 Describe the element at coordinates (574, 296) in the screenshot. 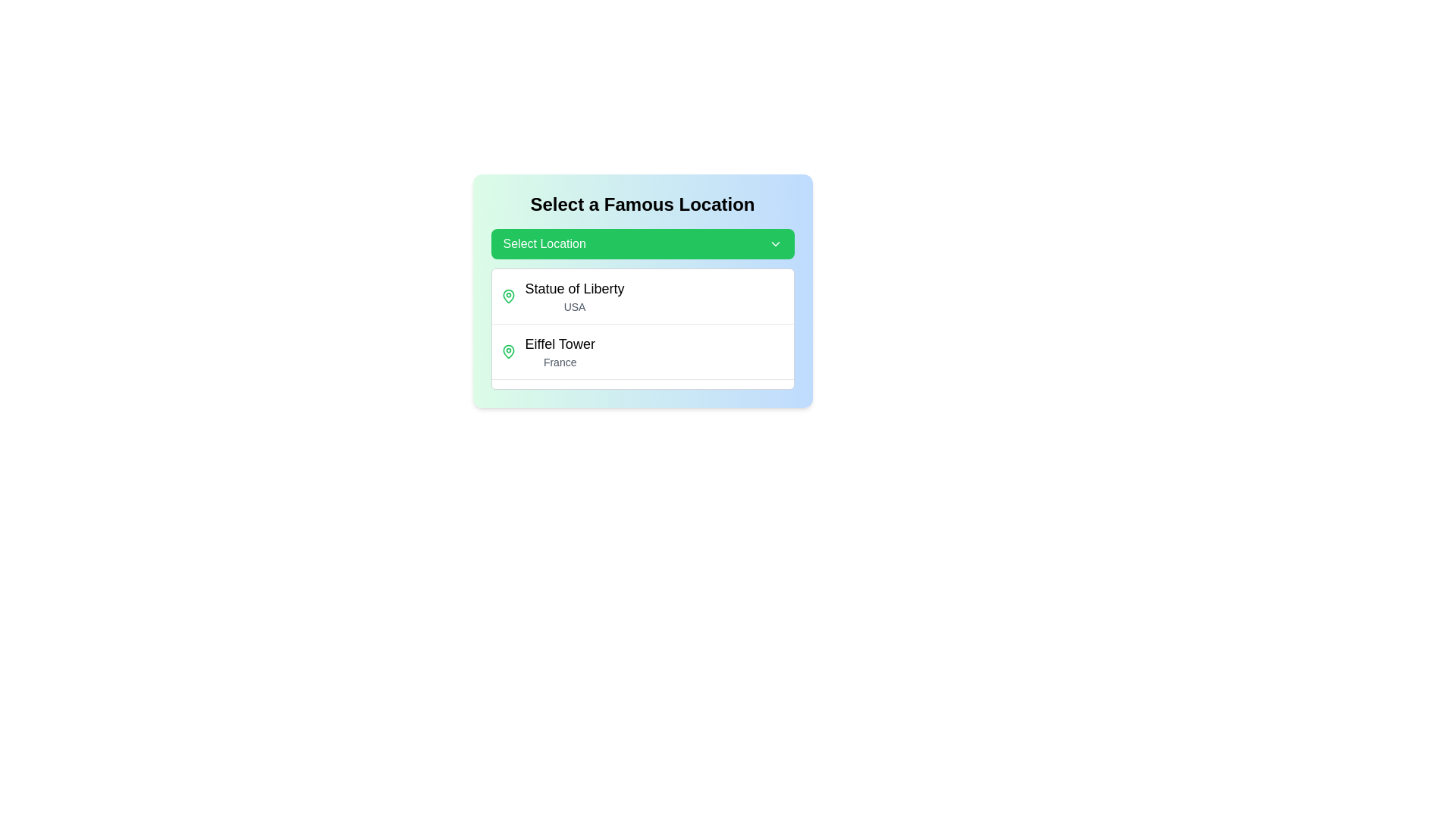

I see `the first list item titled 'Statue of Liberty' in the dropdown menu` at that location.